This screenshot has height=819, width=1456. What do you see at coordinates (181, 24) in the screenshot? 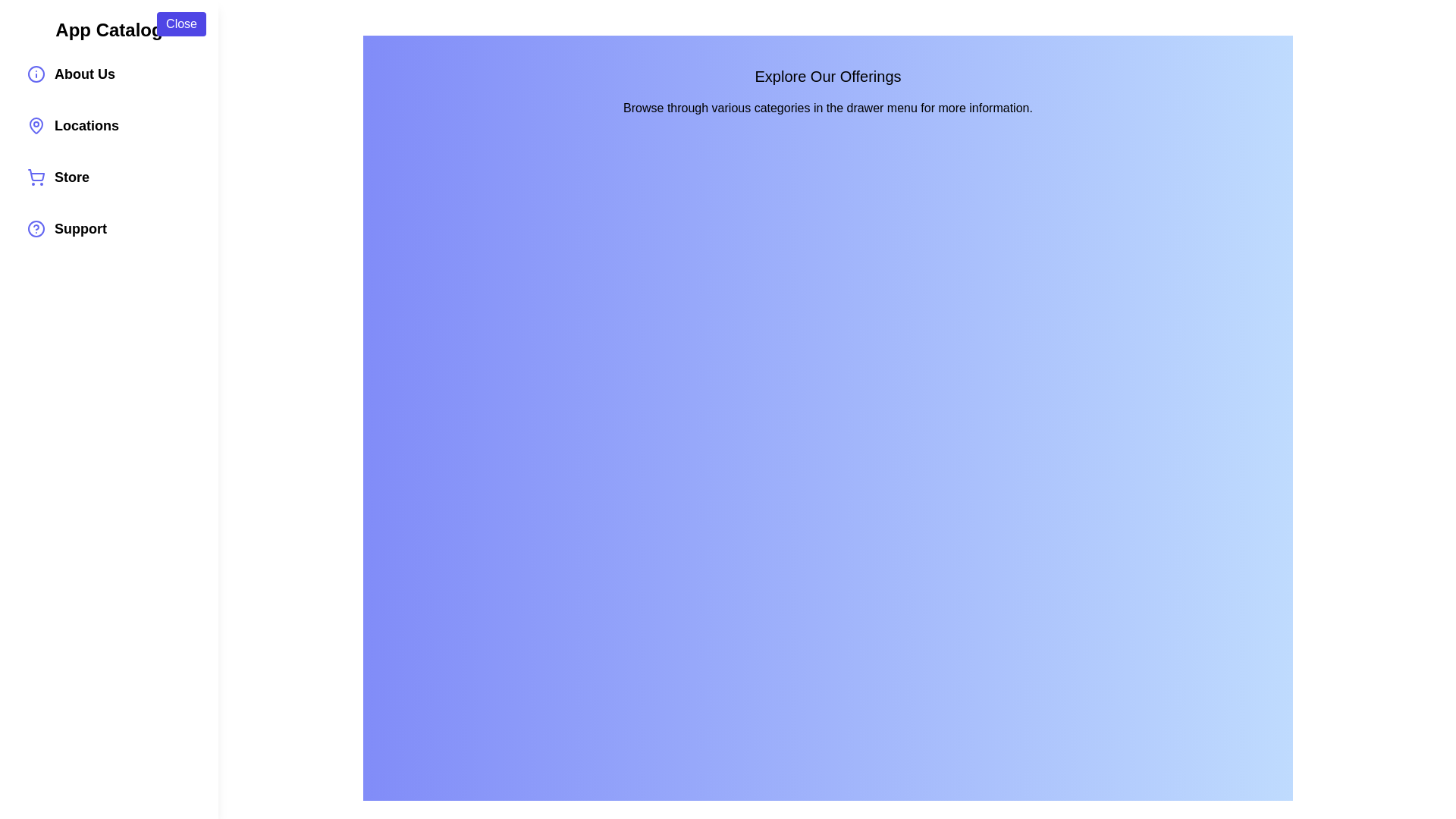
I see `the 'Close' button to toggle the drawer visibility` at bounding box center [181, 24].